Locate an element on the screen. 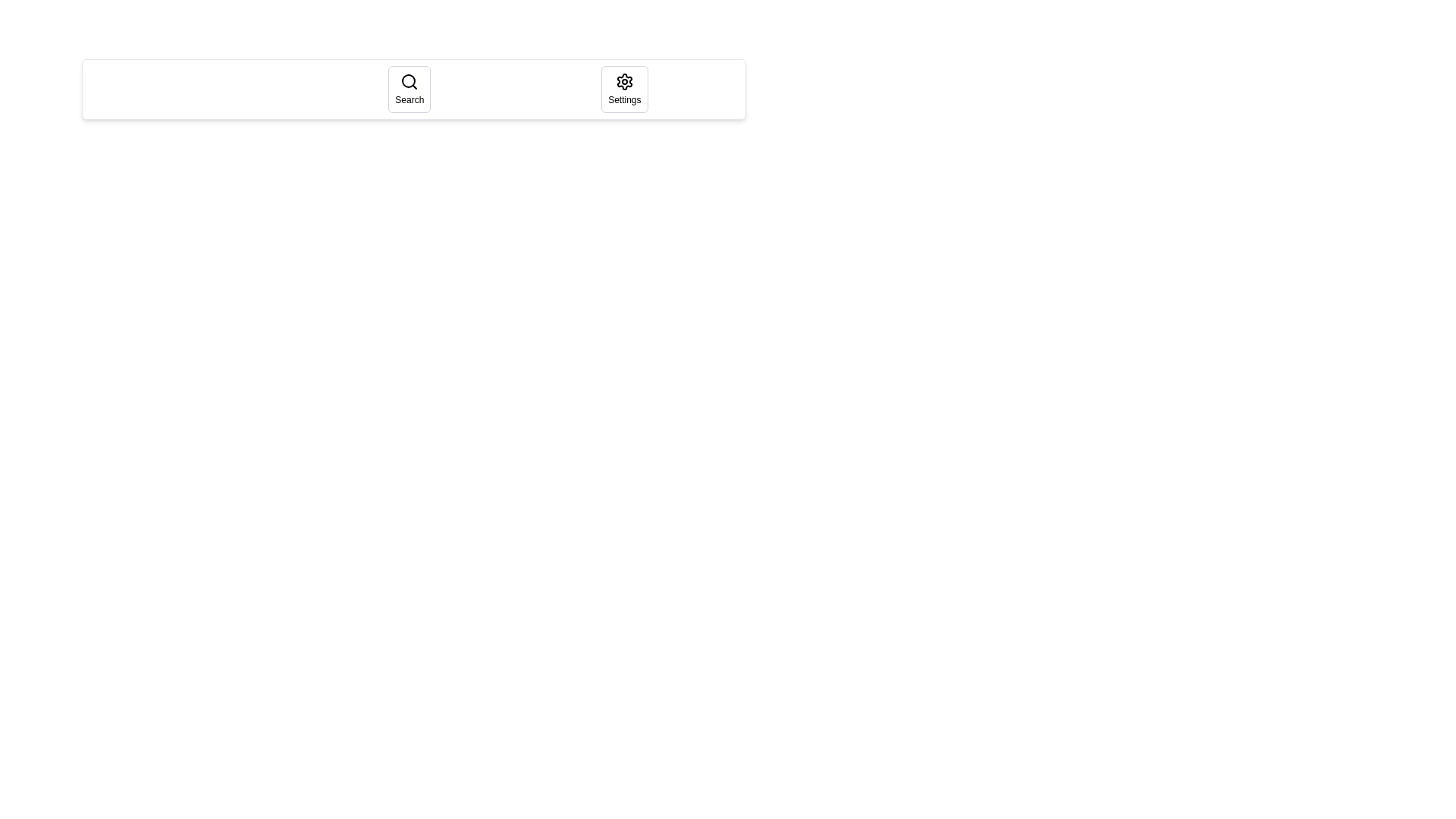  the central navigation button used to access the search feature for keyboard interactions is located at coordinates (414, 89).